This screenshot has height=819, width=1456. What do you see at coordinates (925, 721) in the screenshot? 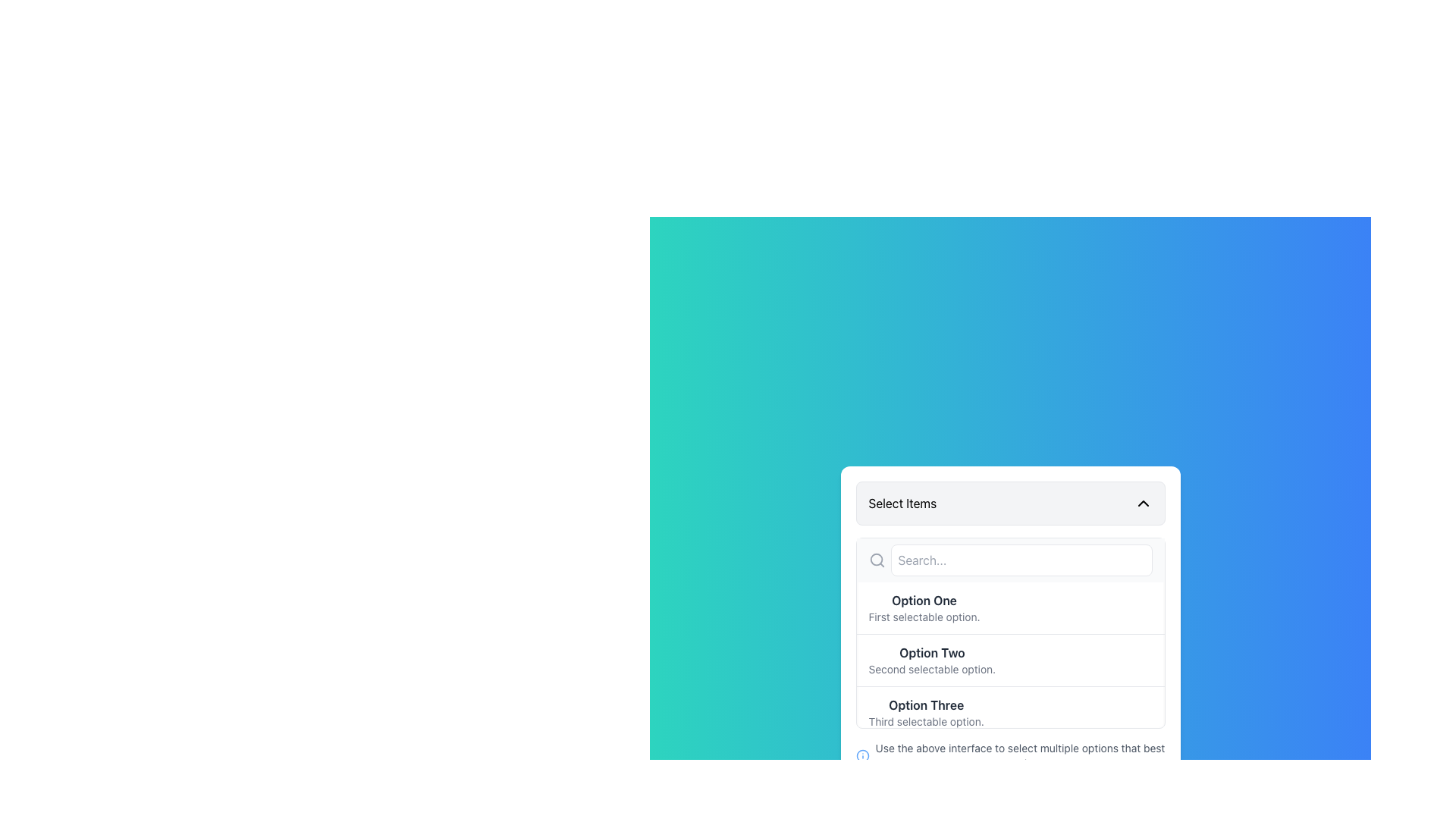
I see `the text label providing additional detail for 'Option Three' in the dropdown menu, located directly beneath the 'Option Three' text` at bounding box center [925, 721].